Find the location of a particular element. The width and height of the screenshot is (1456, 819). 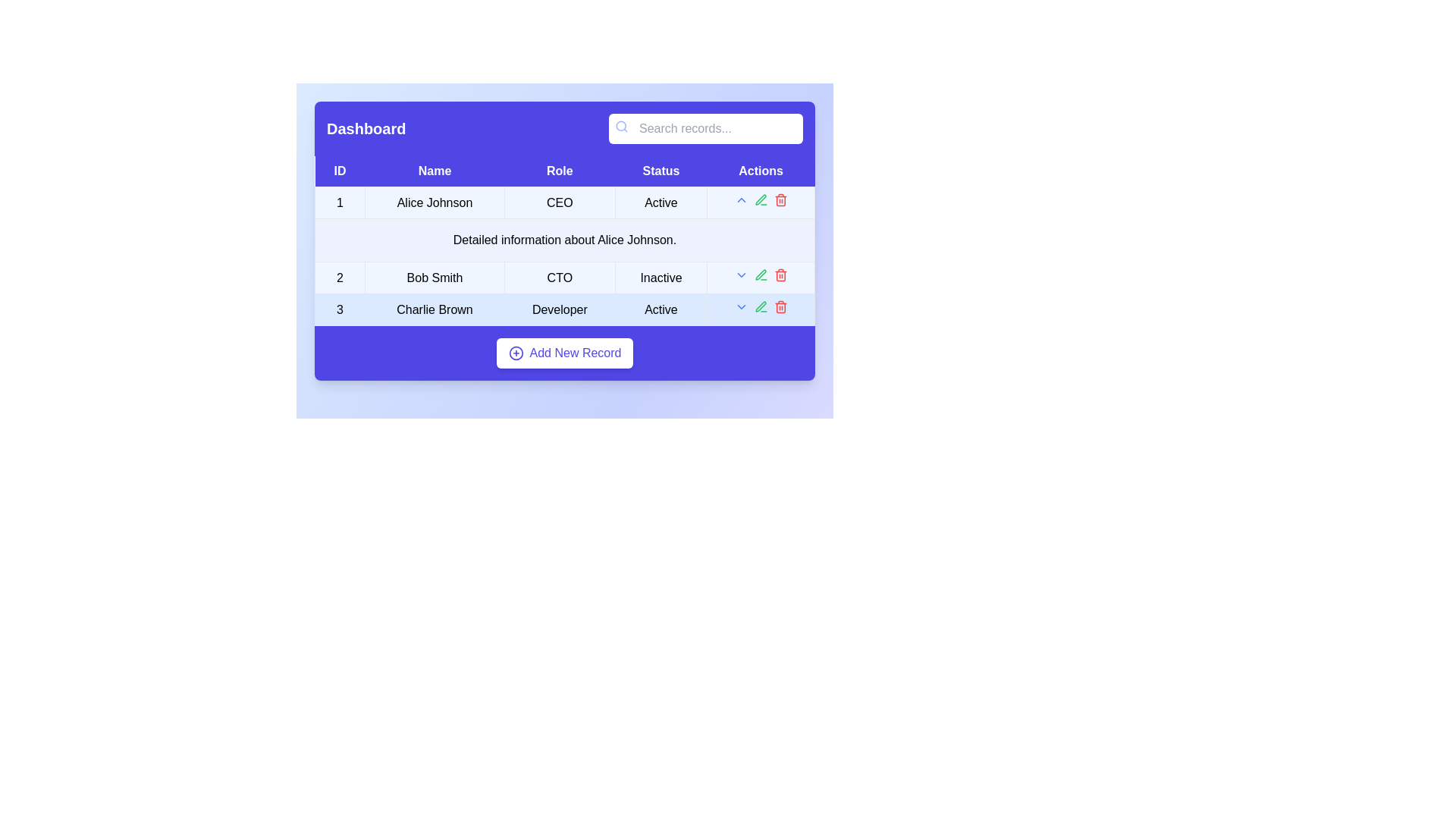

the small green icon button resembling a pen in the 'Actions' column of the first row associated with 'Alice Johnson' is located at coordinates (761, 199).